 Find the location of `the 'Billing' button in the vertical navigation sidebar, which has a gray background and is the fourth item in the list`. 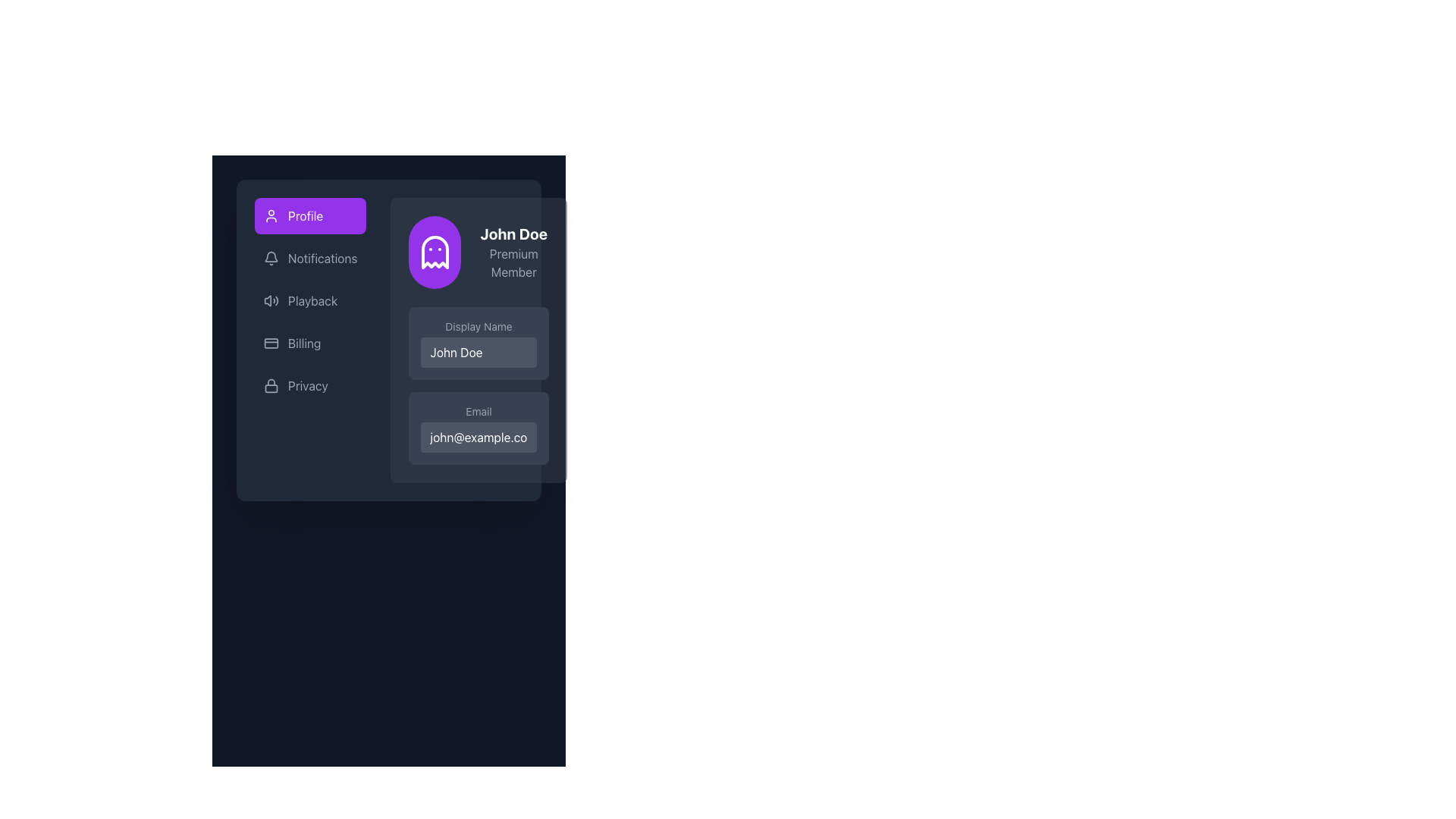

the 'Billing' button in the vertical navigation sidebar, which has a gray background and is the fourth item in the list is located at coordinates (309, 339).